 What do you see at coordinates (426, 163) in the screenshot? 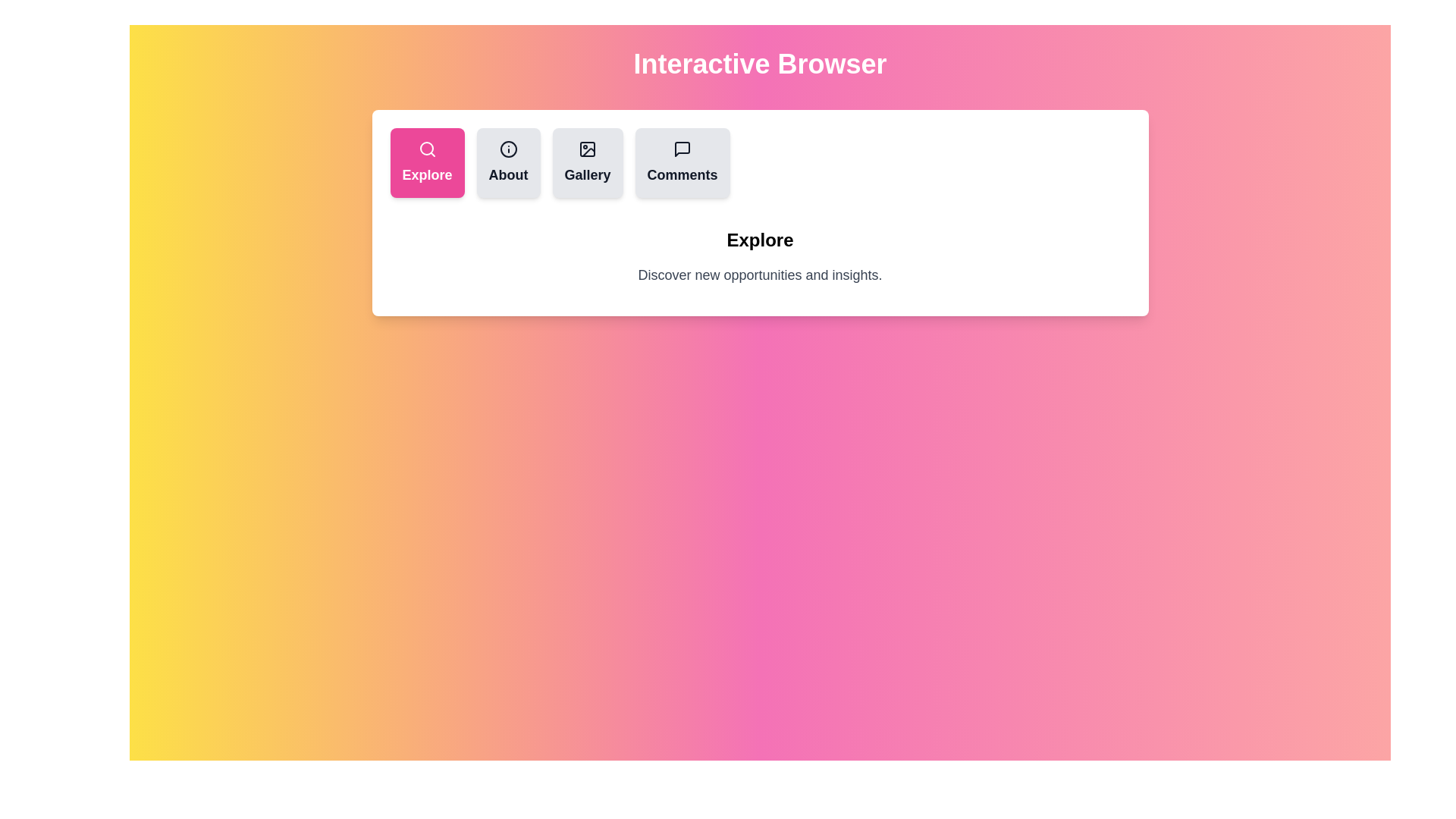
I see `the tab button labeled Explore to observe the visual feedback effect` at bounding box center [426, 163].